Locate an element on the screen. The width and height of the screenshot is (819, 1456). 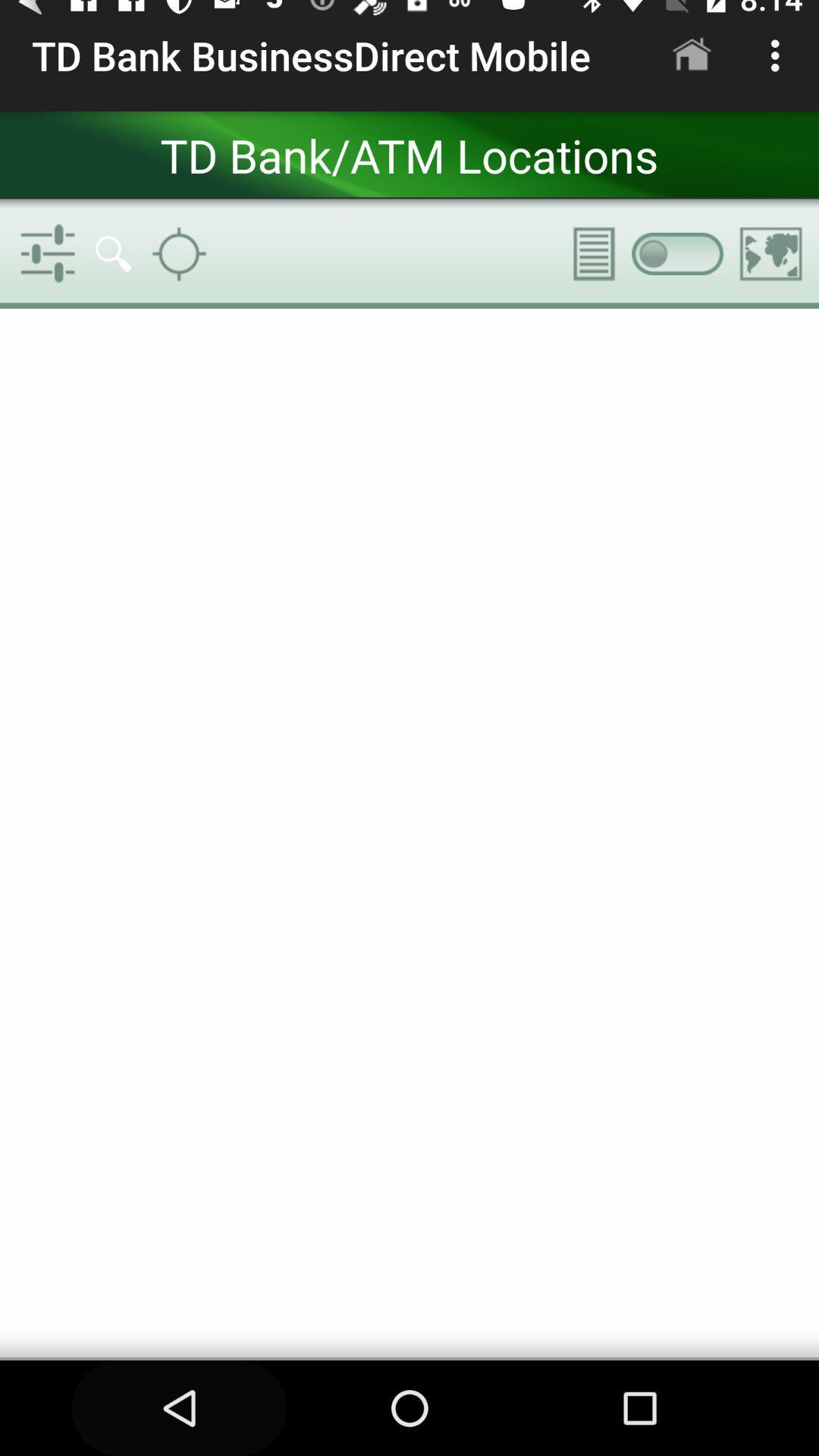
the sliders icon is located at coordinates (46, 253).